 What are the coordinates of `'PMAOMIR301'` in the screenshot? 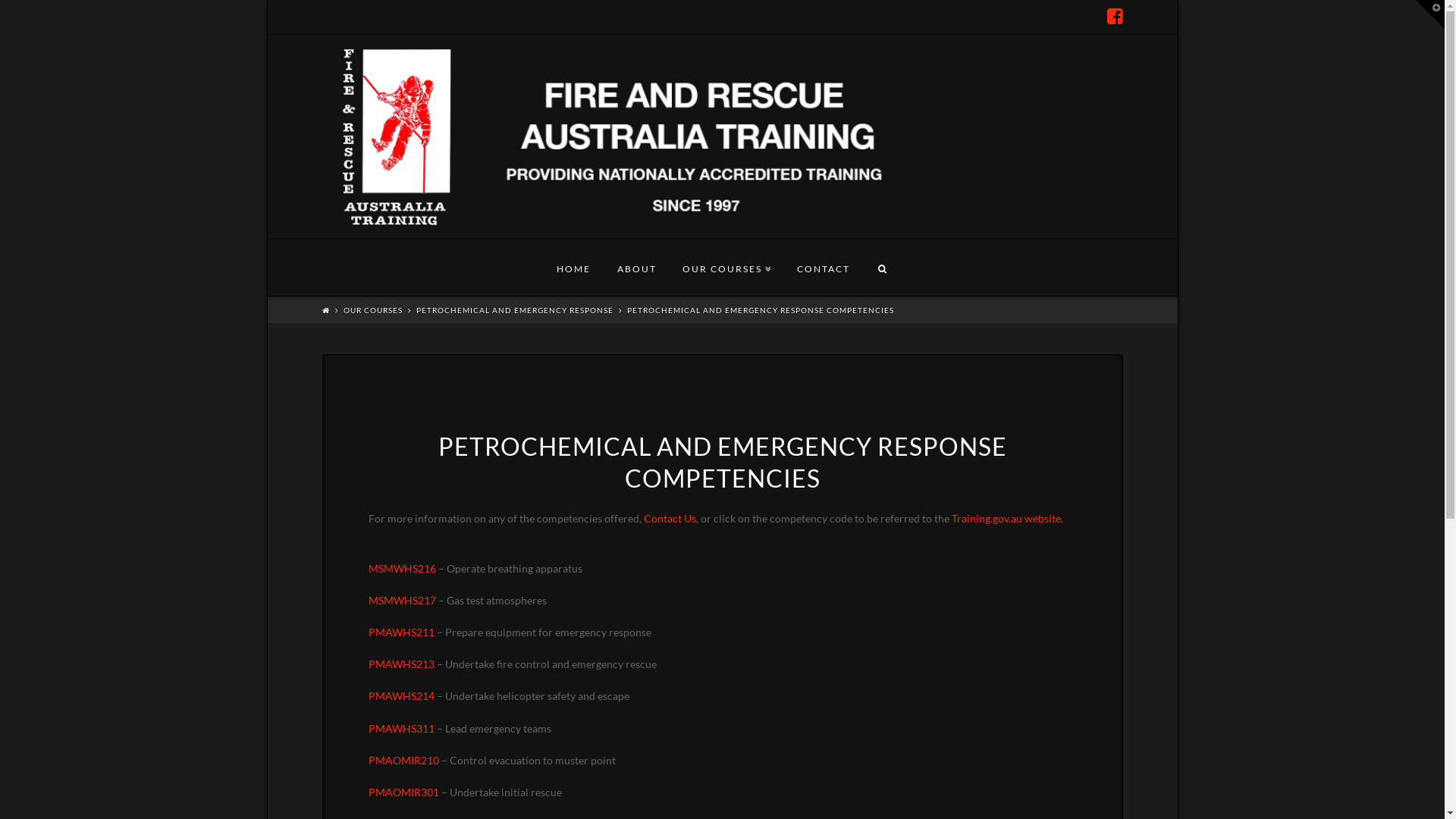 It's located at (368, 791).